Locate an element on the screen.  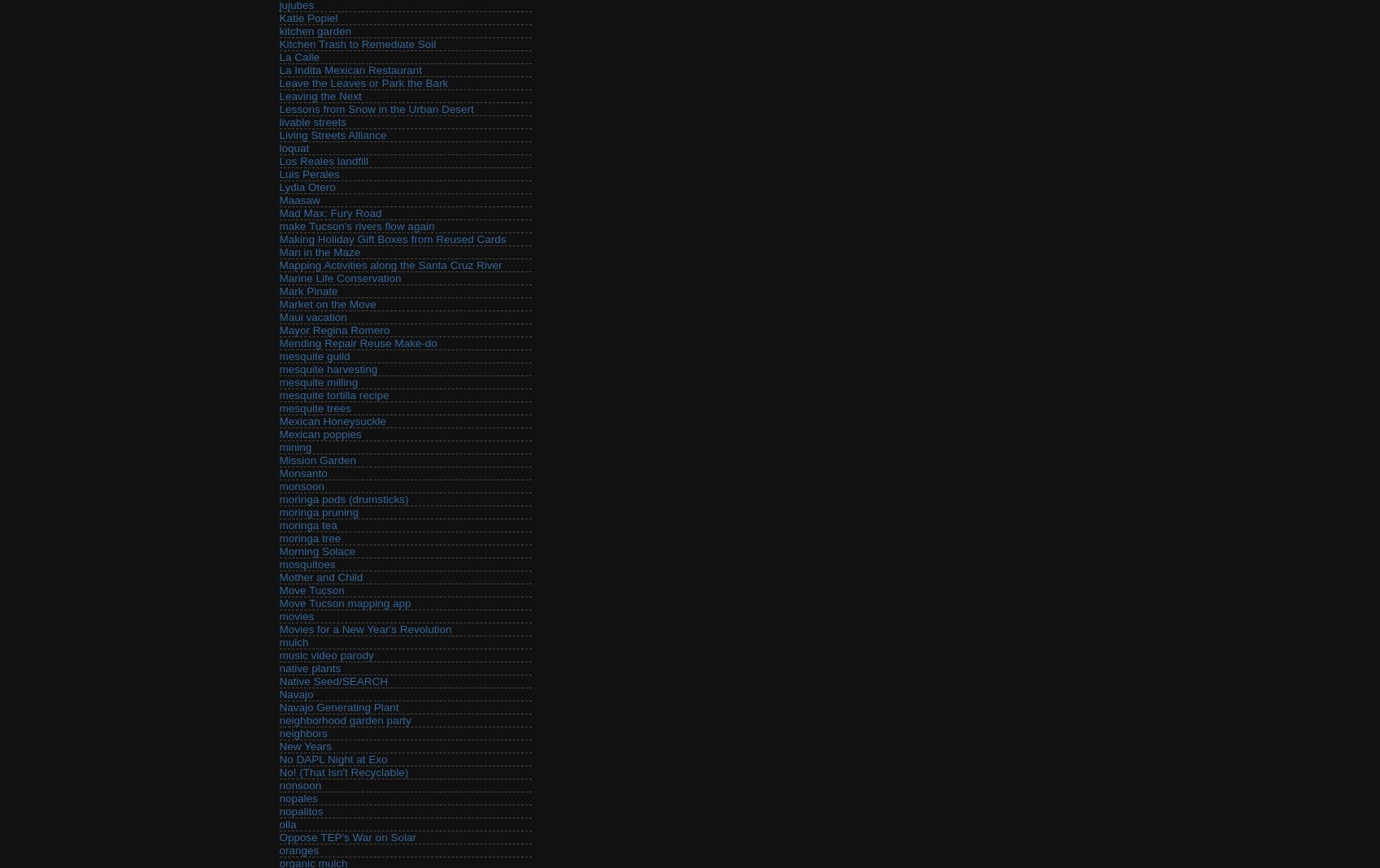
'nopales' is located at coordinates (298, 798).